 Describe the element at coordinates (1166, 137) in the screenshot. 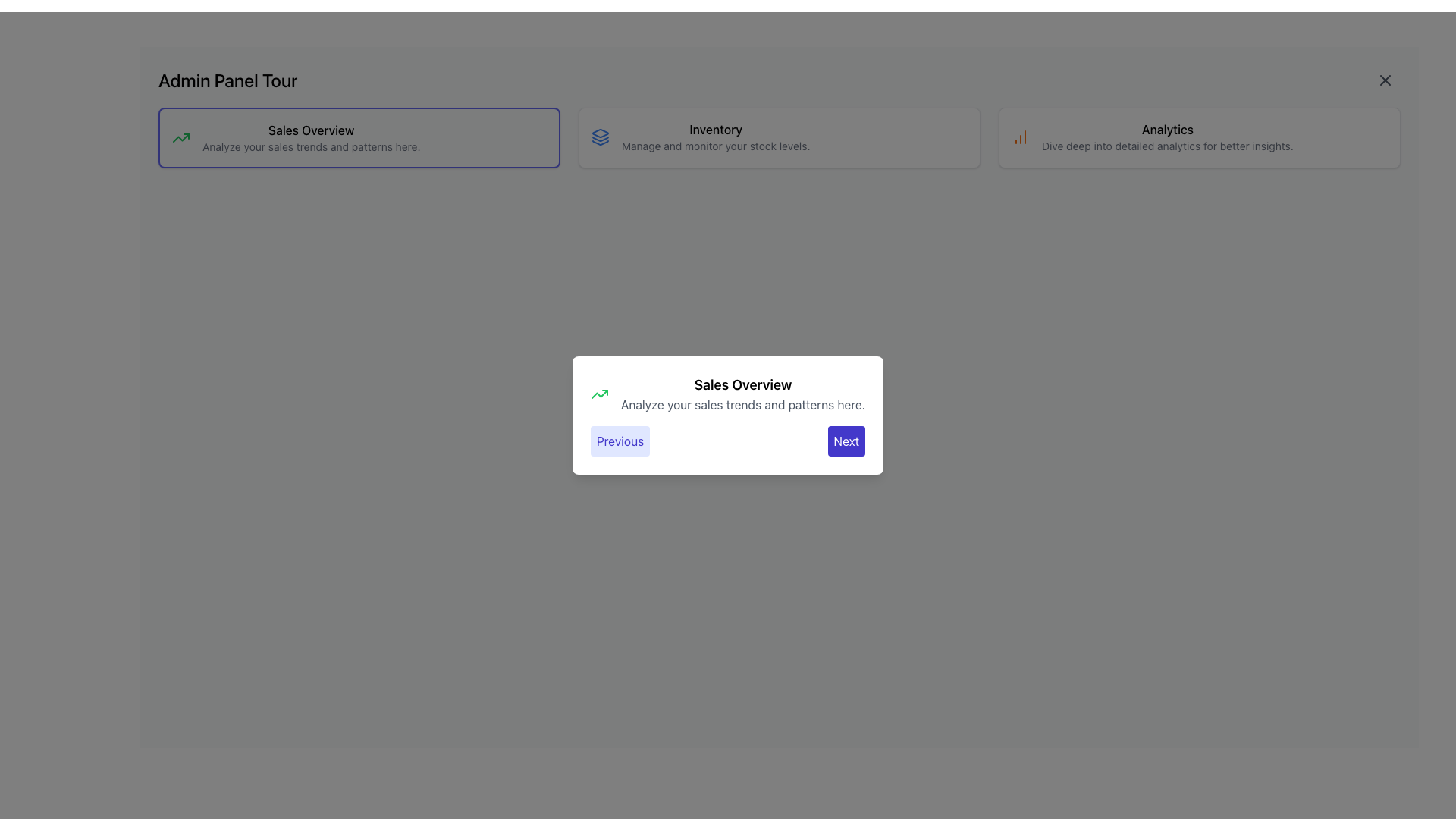

I see `the third informational card in the top-right section of the interface` at that location.